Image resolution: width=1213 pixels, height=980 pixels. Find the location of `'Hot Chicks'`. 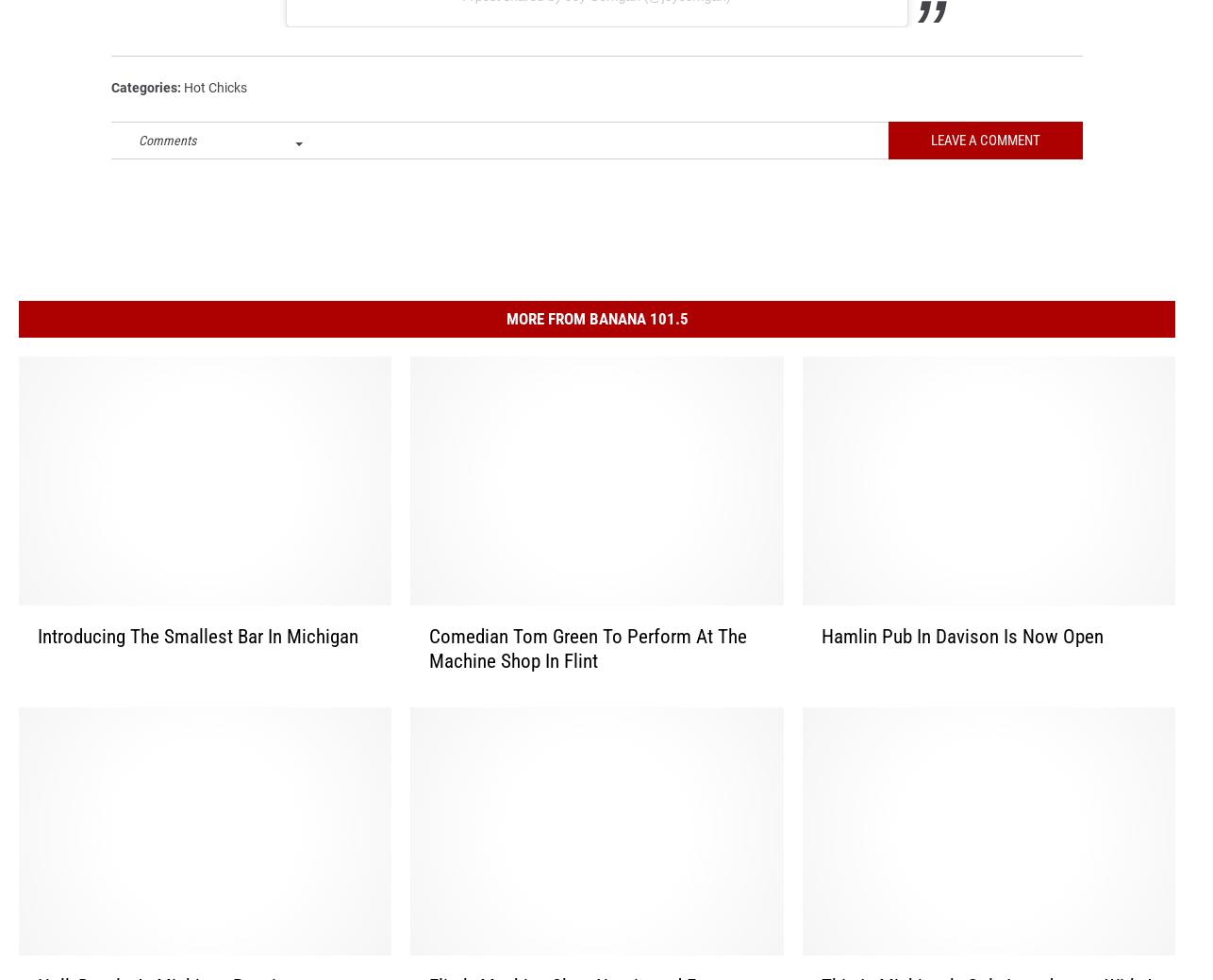

'Hot Chicks' is located at coordinates (215, 112).